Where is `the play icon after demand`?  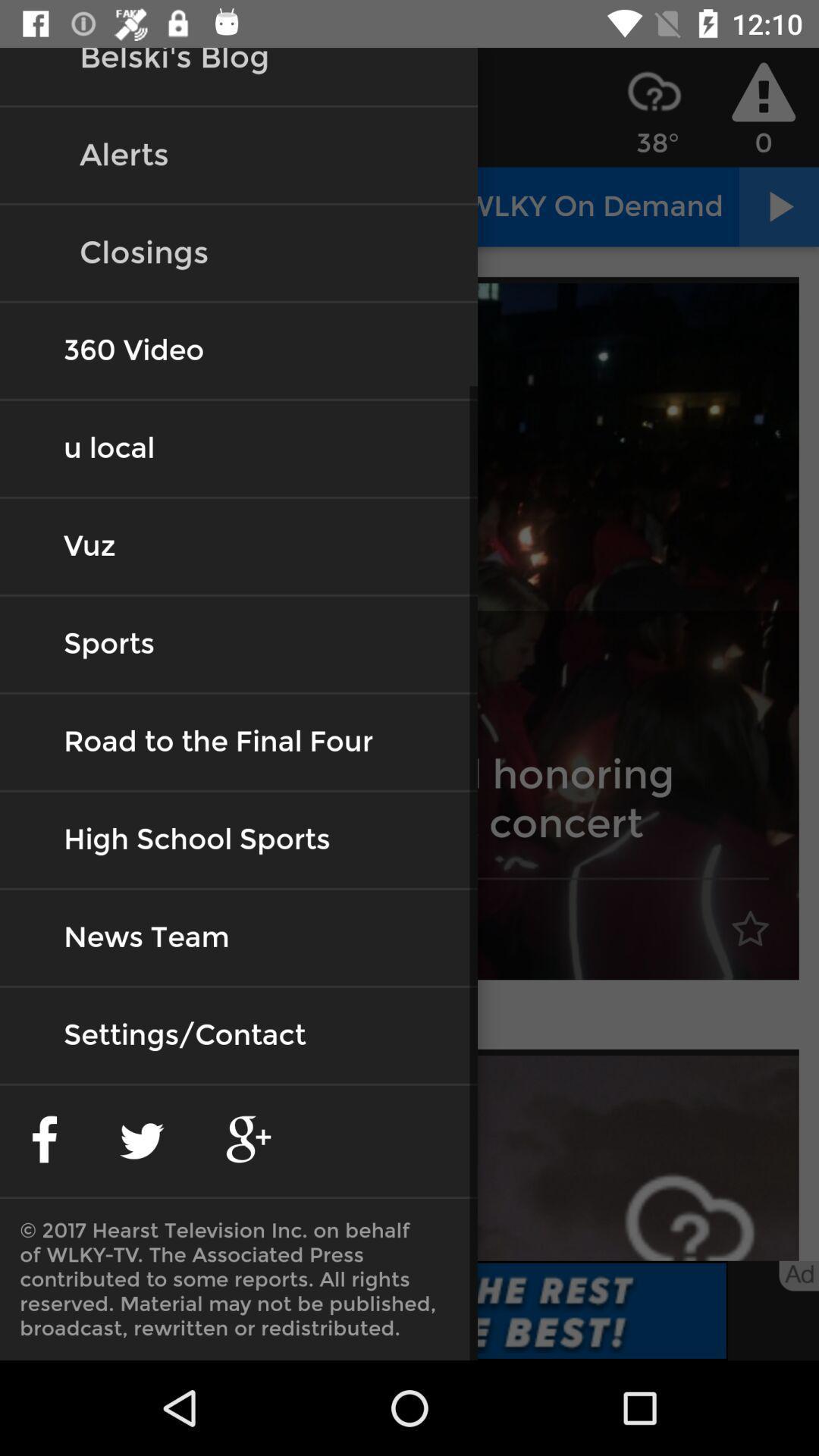
the play icon after demand is located at coordinates (778, 206).